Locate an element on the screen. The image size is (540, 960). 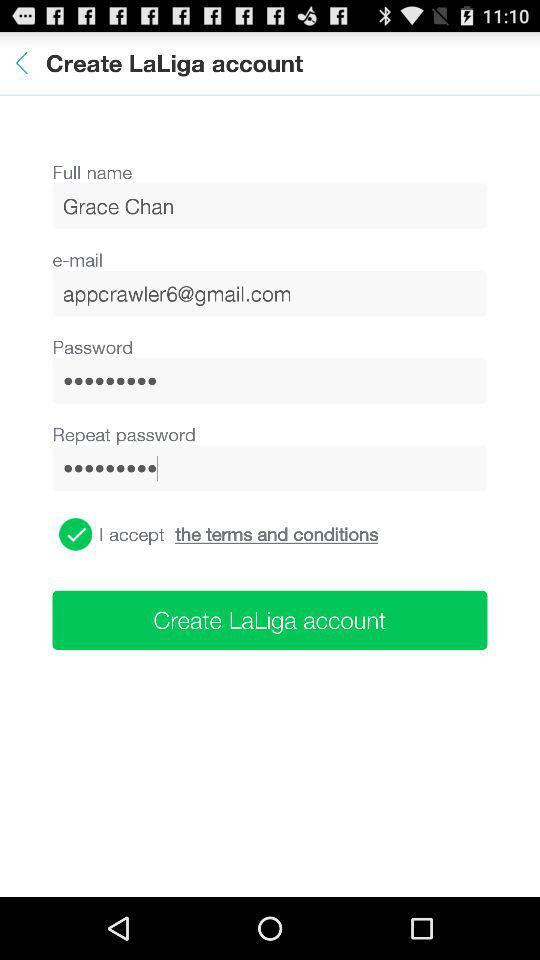
this button agrees the terms and conditions is located at coordinates (74, 533).